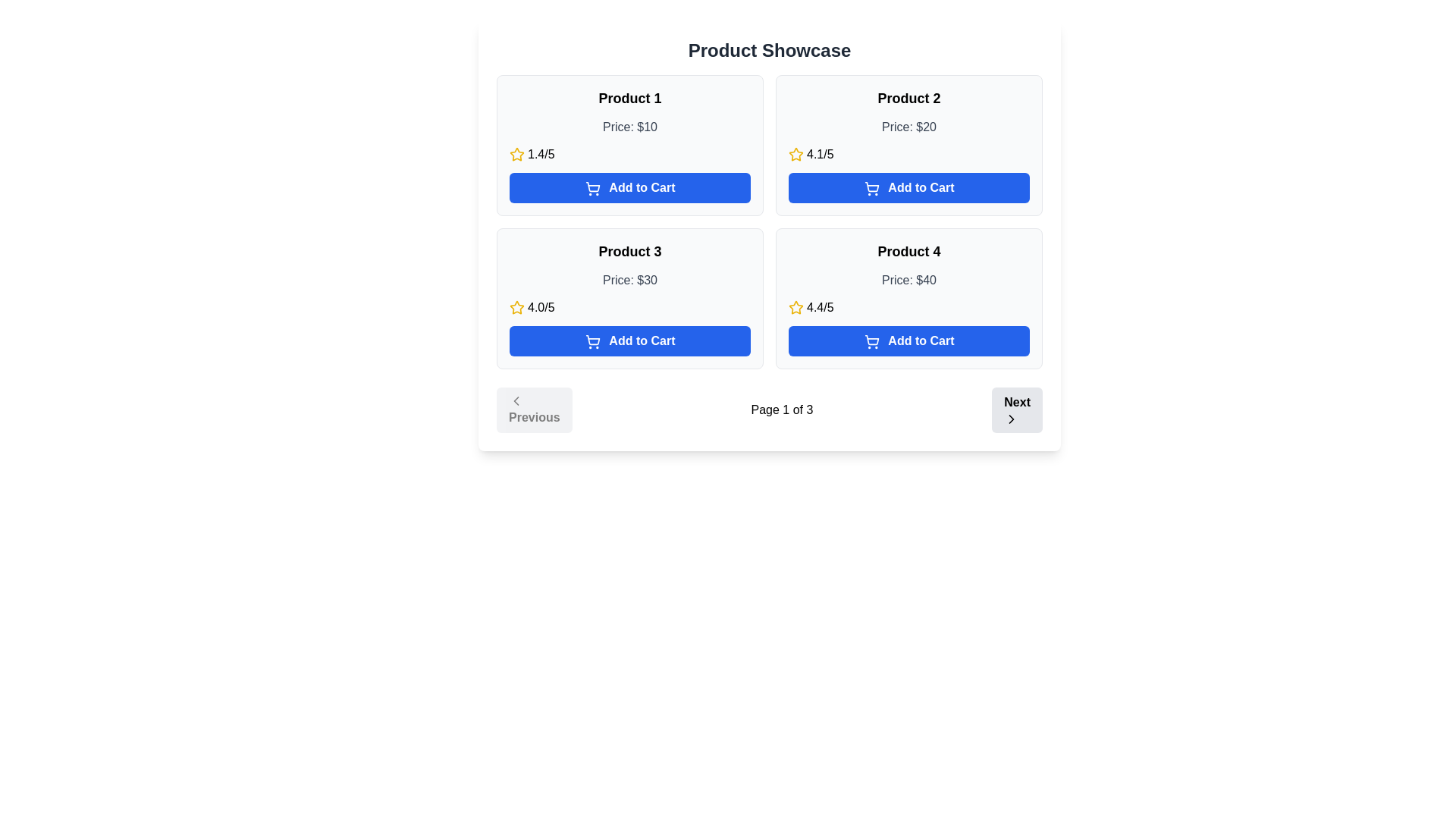 The width and height of the screenshot is (1456, 819). What do you see at coordinates (1012, 419) in the screenshot?
I see `the 'Next' button located at the bottom-right corner of the layout` at bounding box center [1012, 419].